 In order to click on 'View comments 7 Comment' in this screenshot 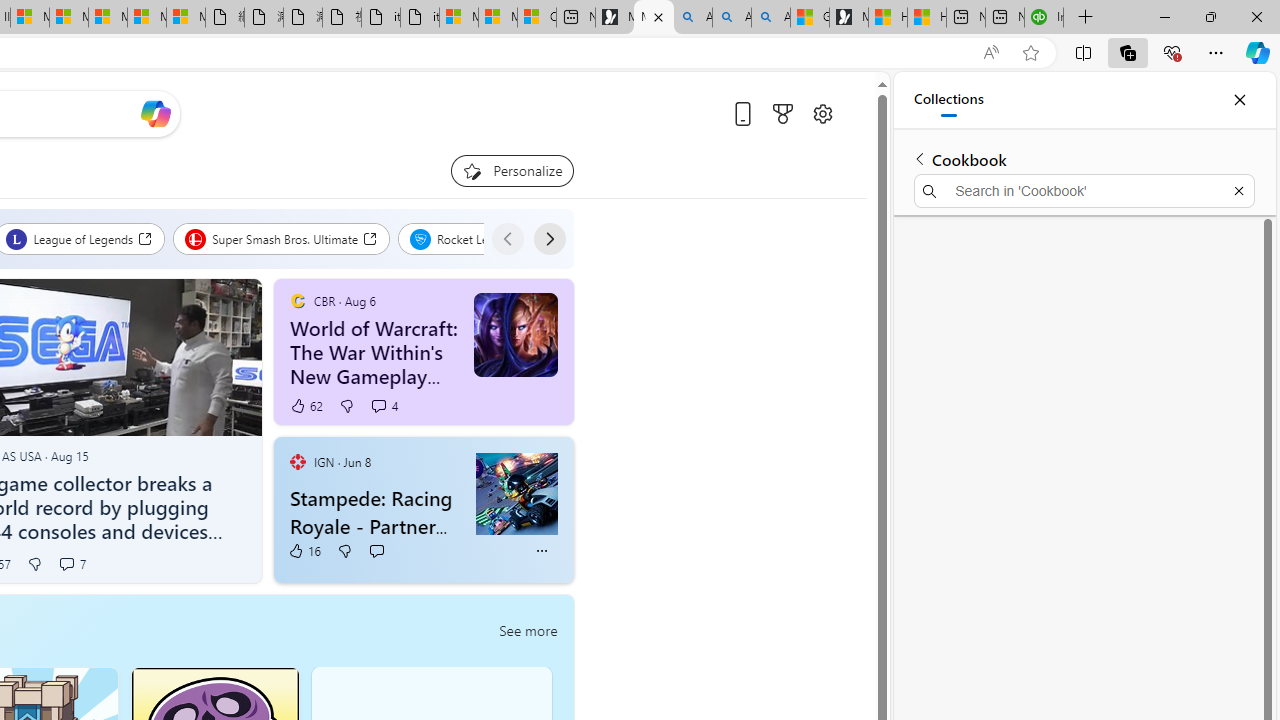, I will do `click(71, 564)`.